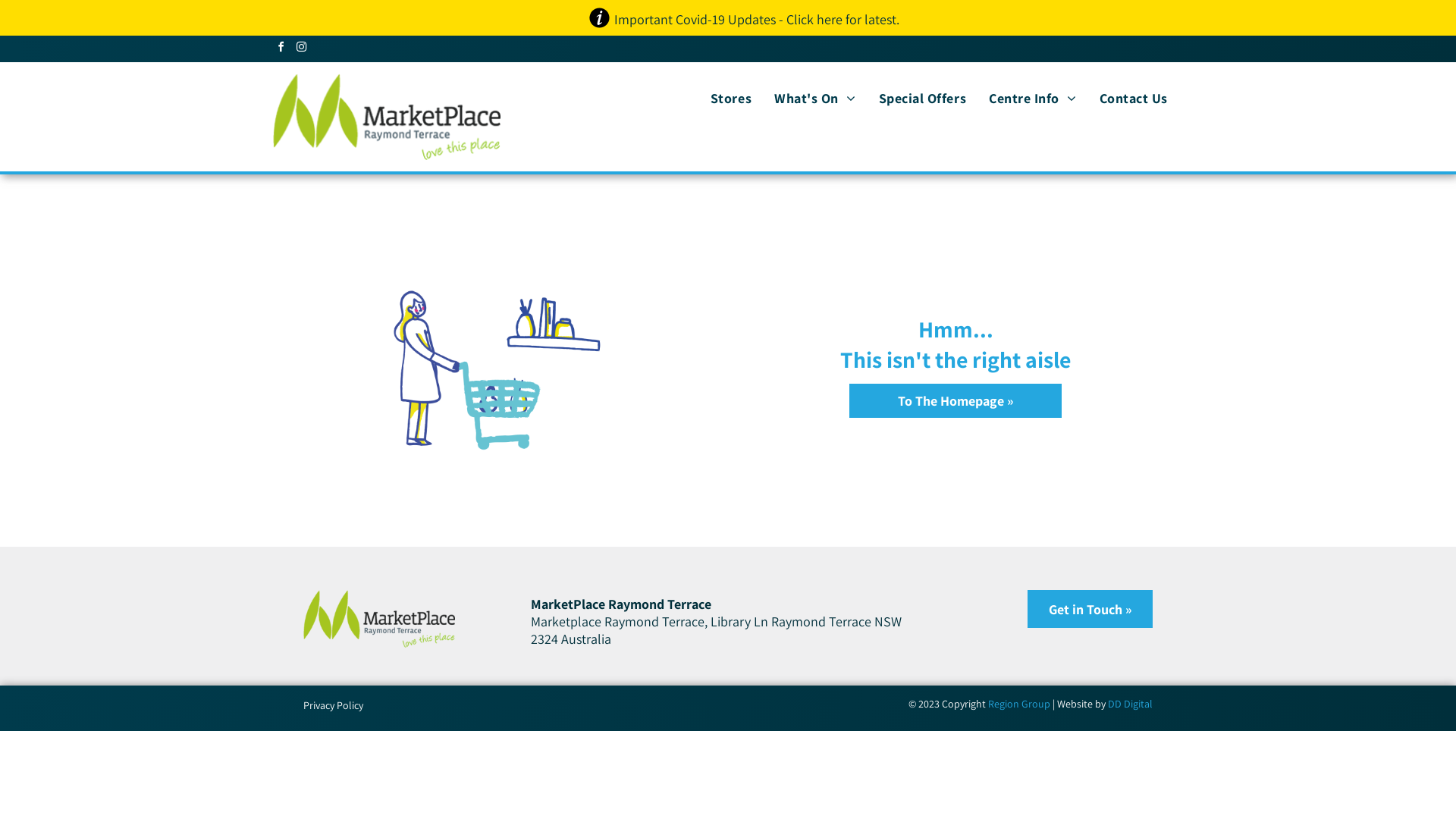  Describe the element at coordinates (731, 97) in the screenshot. I see `'Stores'` at that location.